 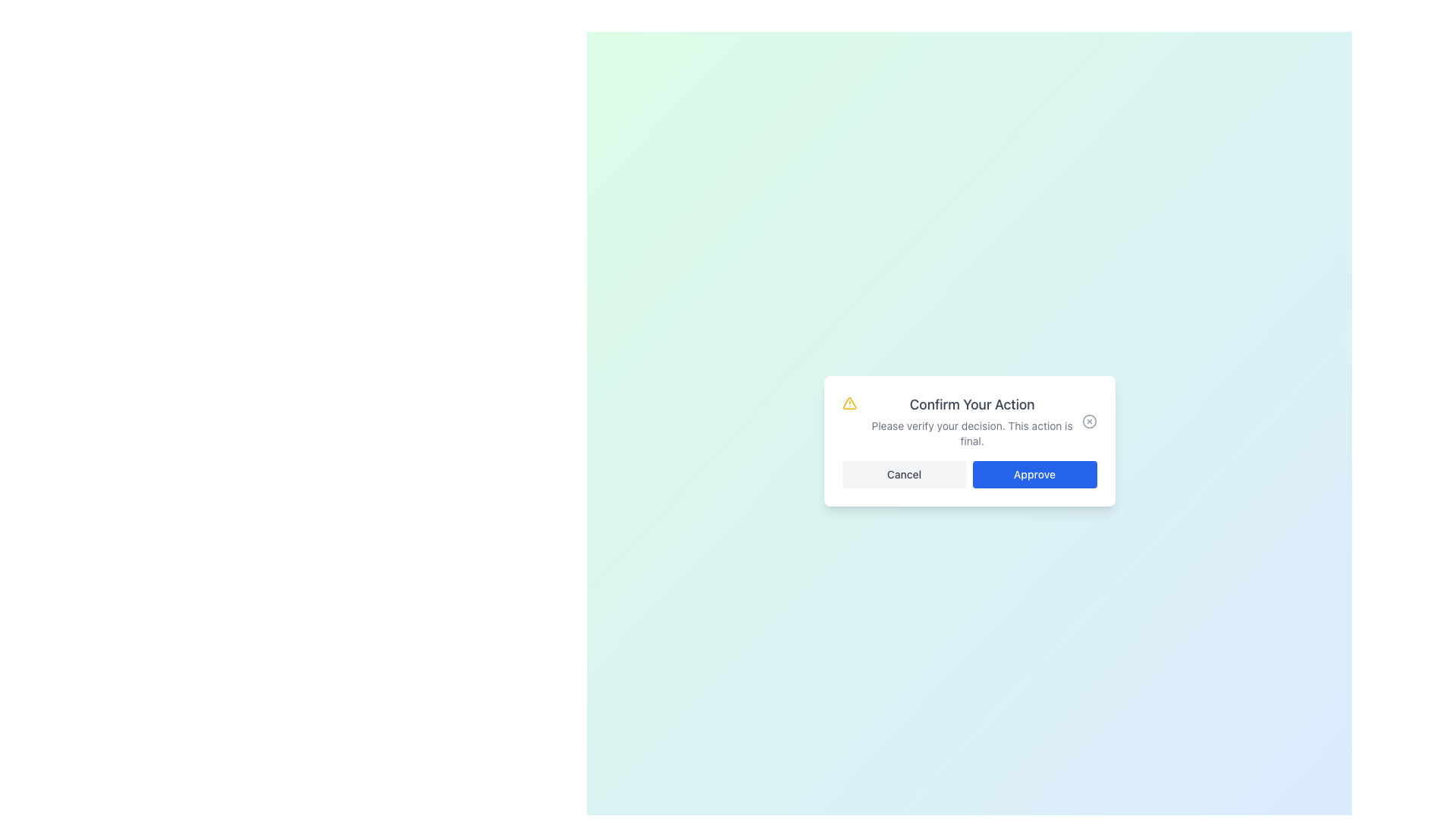 I want to click on text content of the confirmation prompt text block located in the center of the popup card, positioned above the 'Cancel' and 'Approve' buttons, so click(x=972, y=421).